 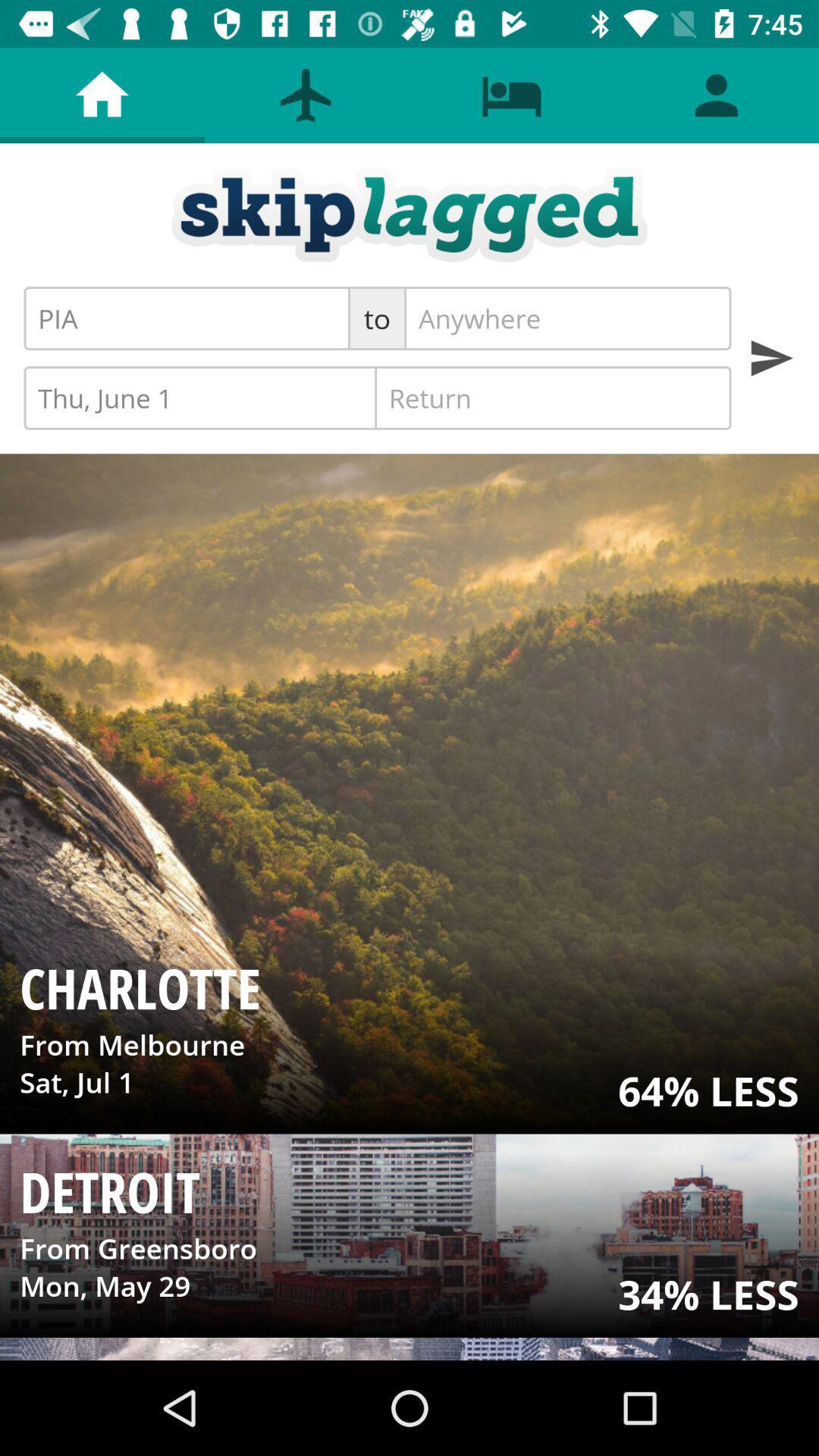 I want to click on results, so click(x=771, y=357).